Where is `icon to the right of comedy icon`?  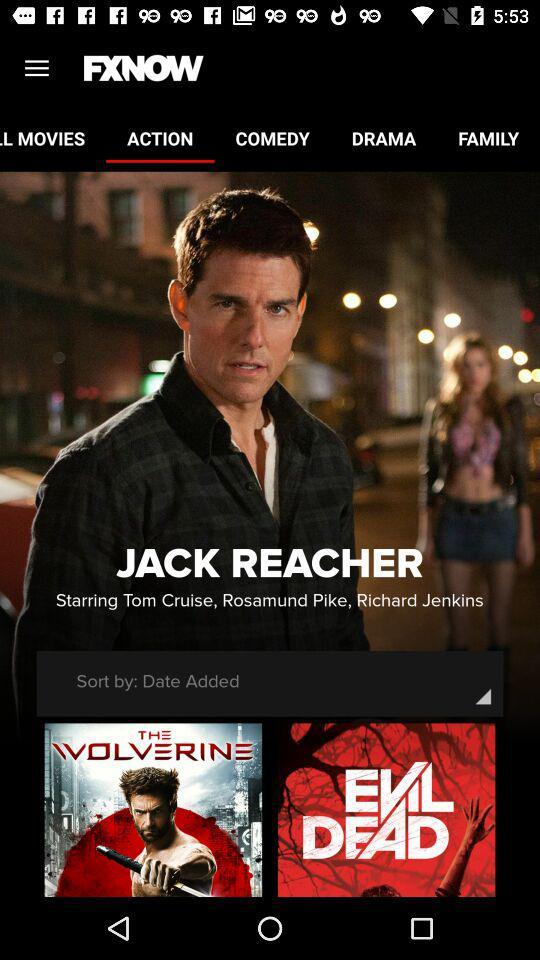 icon to the right of comedy icon is located at coordinates (383, 137).